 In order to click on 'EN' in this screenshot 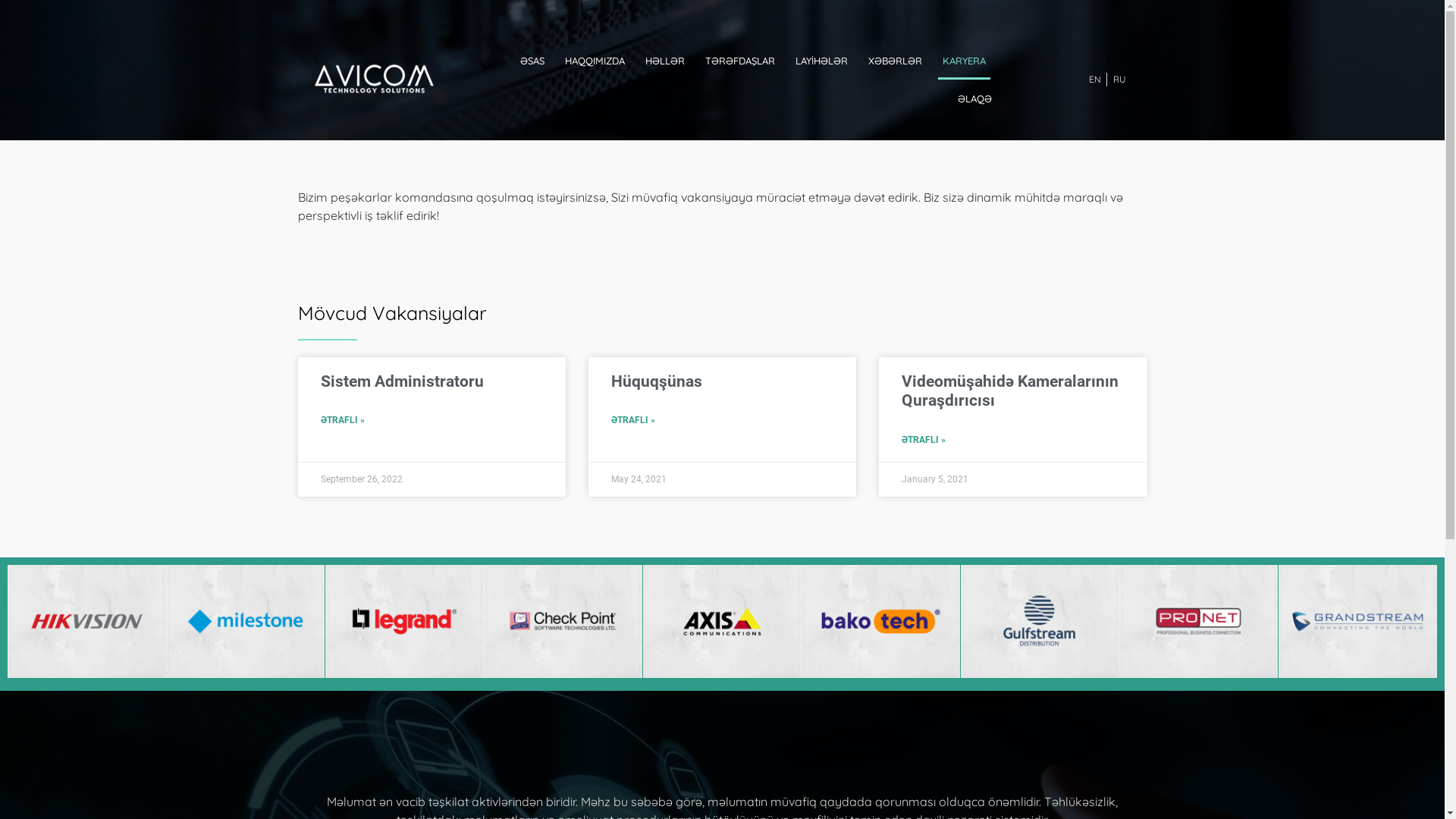, I will do `click(1095, 79)`.